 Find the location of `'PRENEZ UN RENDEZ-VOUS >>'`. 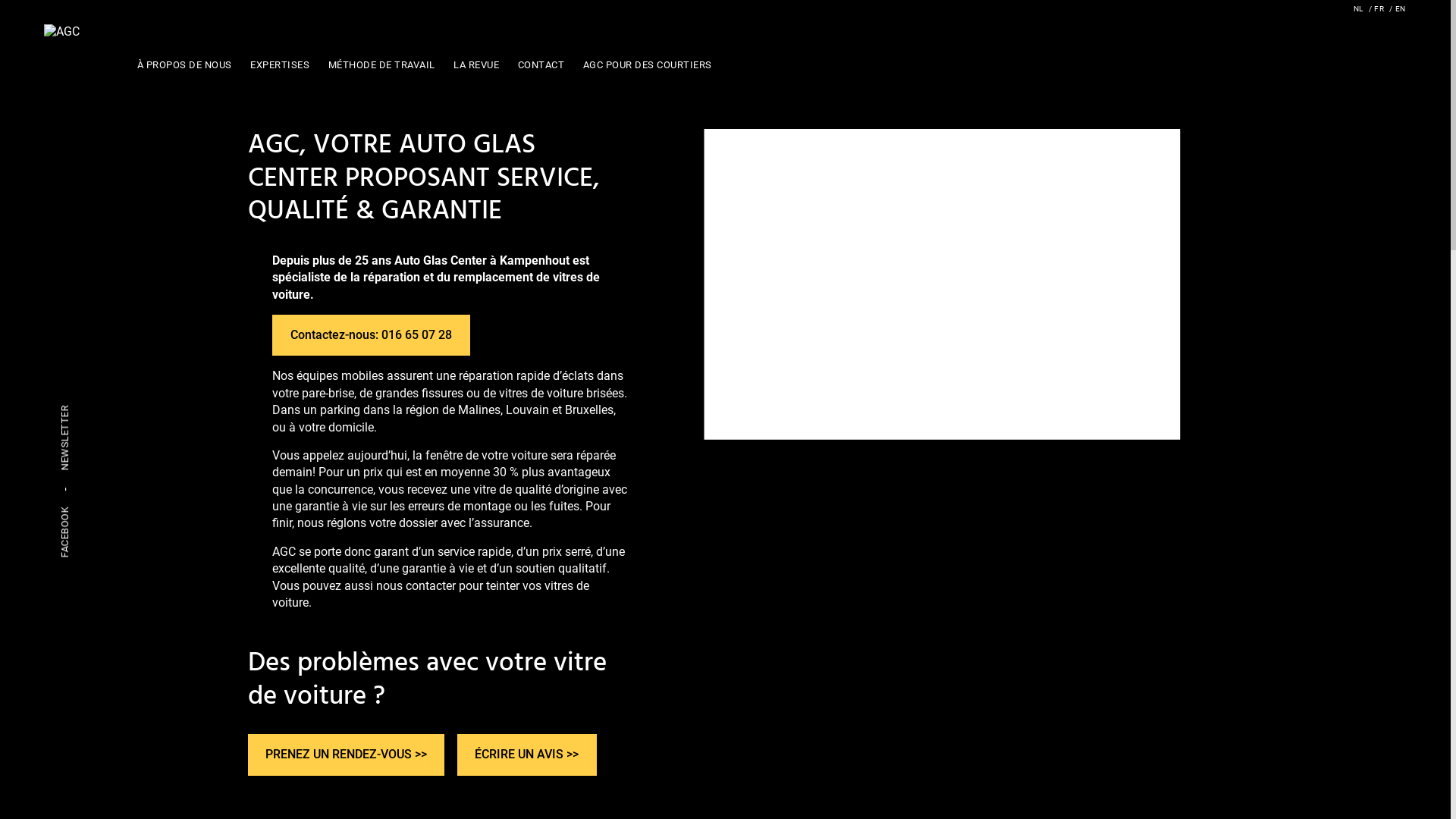

'PRENEZ UN RENDEZ-VOUS >>' is located at coordinates (345, 755).